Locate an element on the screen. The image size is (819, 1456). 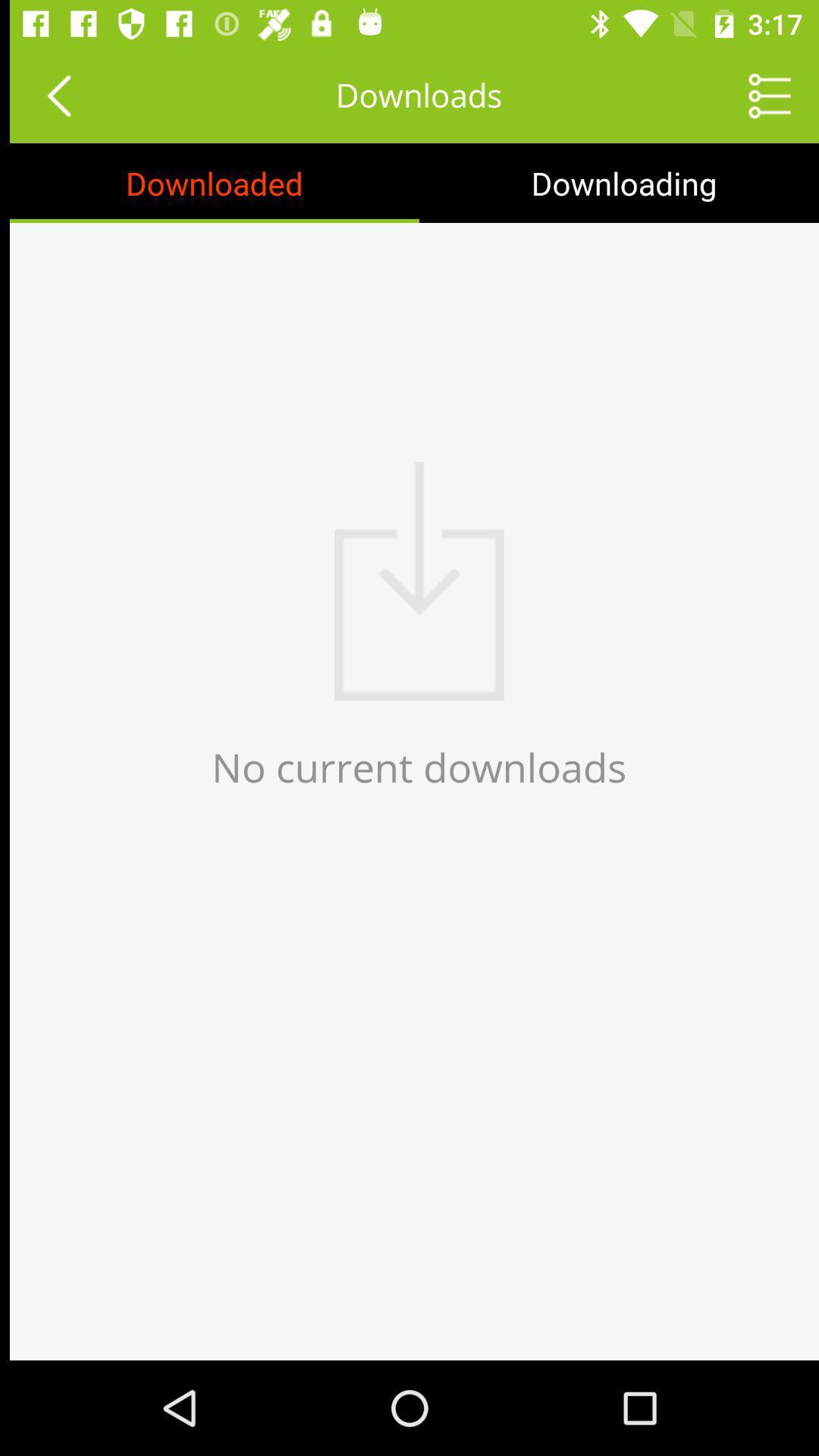
the icon to the left of downloads item is located at coordinates (48, 94).